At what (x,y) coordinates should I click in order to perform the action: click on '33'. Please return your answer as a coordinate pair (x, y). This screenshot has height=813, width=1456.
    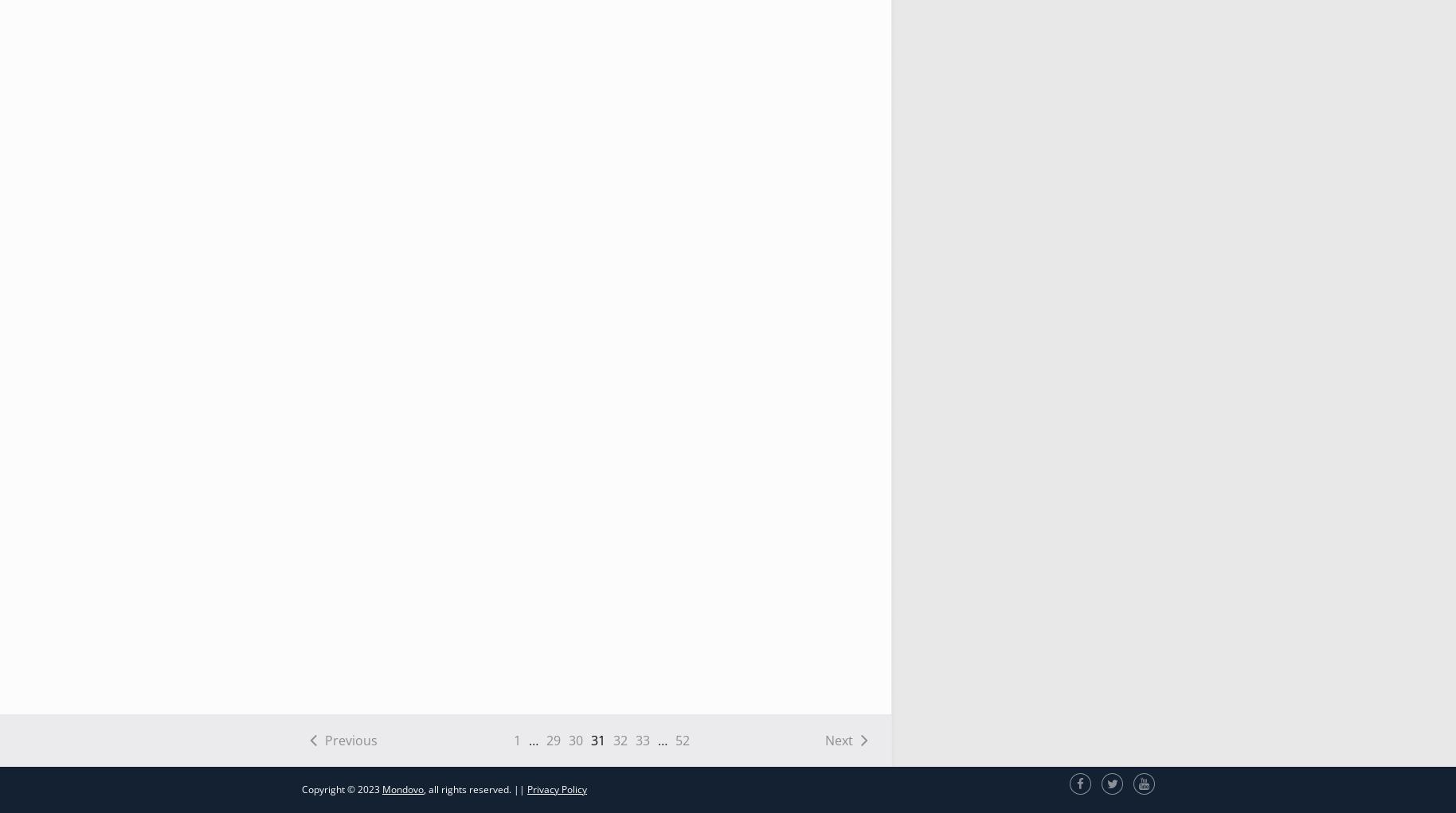
    Looking at the image, I should click on (641, 740).